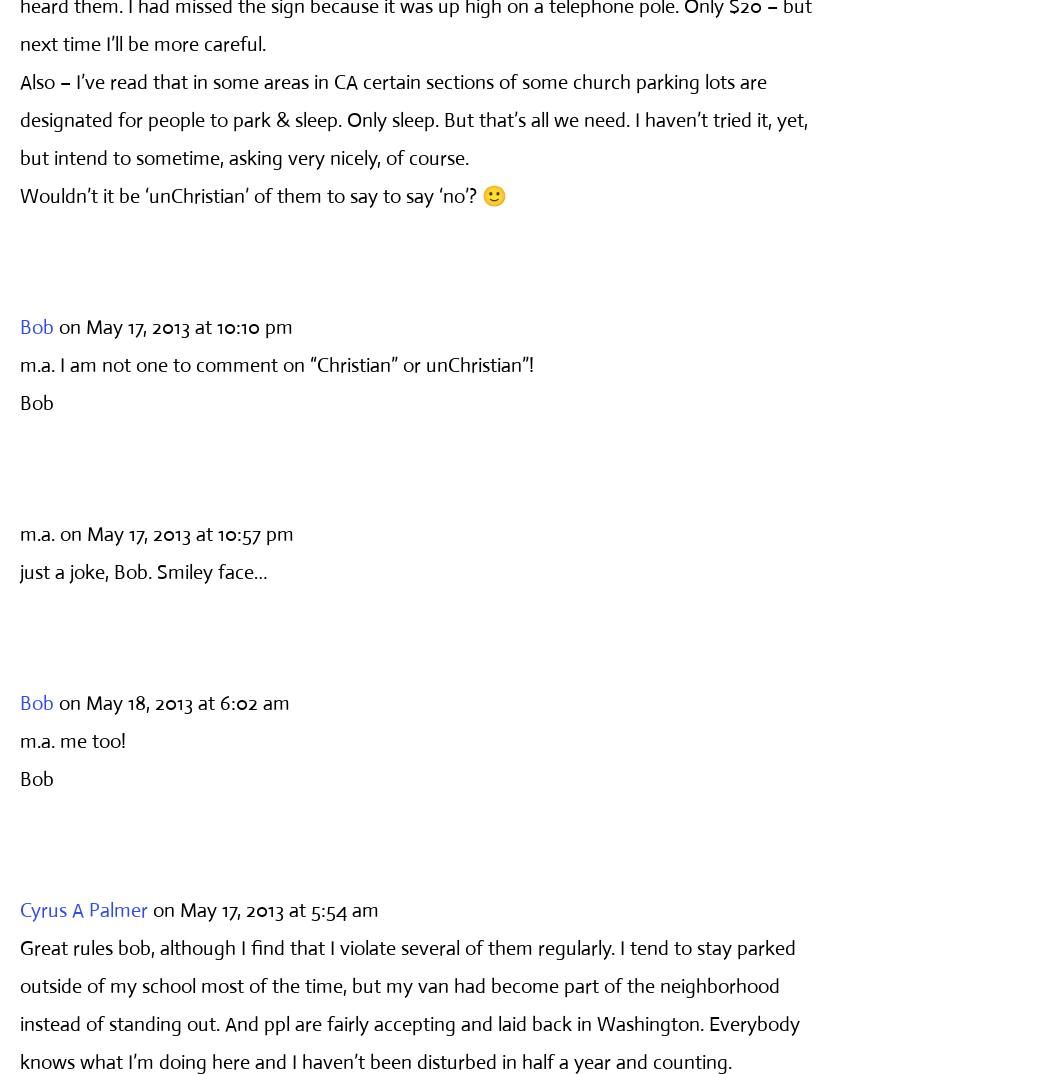 The image size is (1050, 1074). Describe the element at coordinates (177, 533) in the screenshot. I see `'on May 17, 2013 at 10:57 pm'` at that location.